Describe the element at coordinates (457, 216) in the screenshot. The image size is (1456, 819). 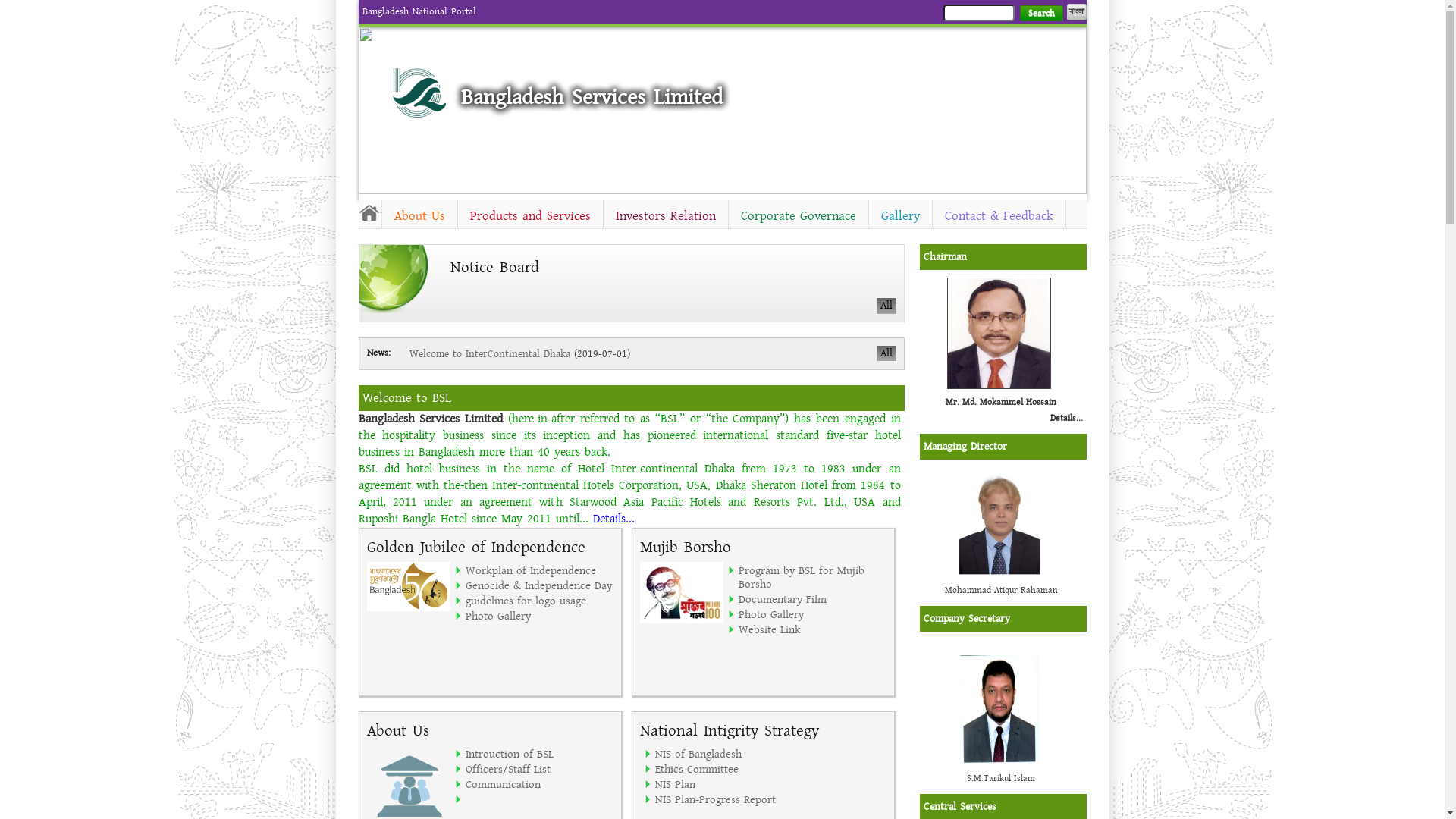
I see `'Products and Services'` at that location.